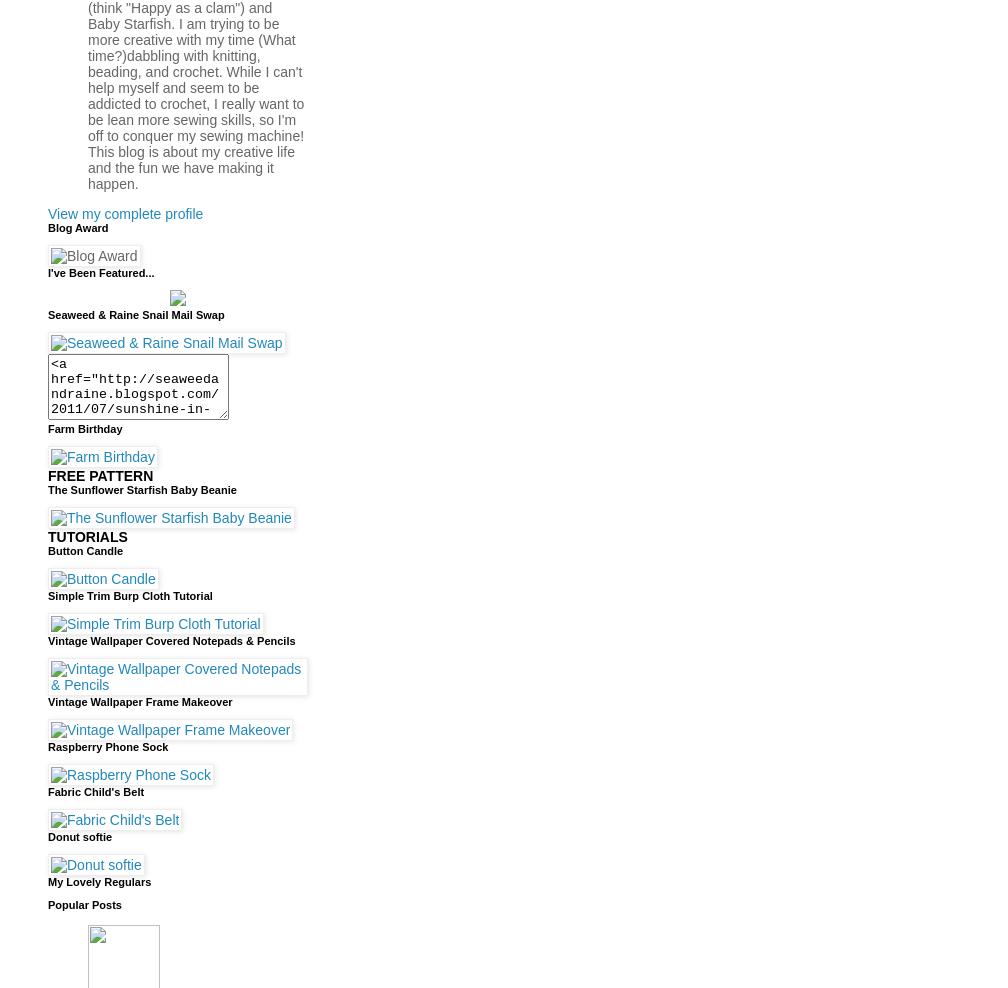 Image resolution: width=1008 pixels, height=988 pixels. What do you see at coordinates (80, 836) in the screenshot?
I see `'Donut softie'` at bounding box center [80, 836].